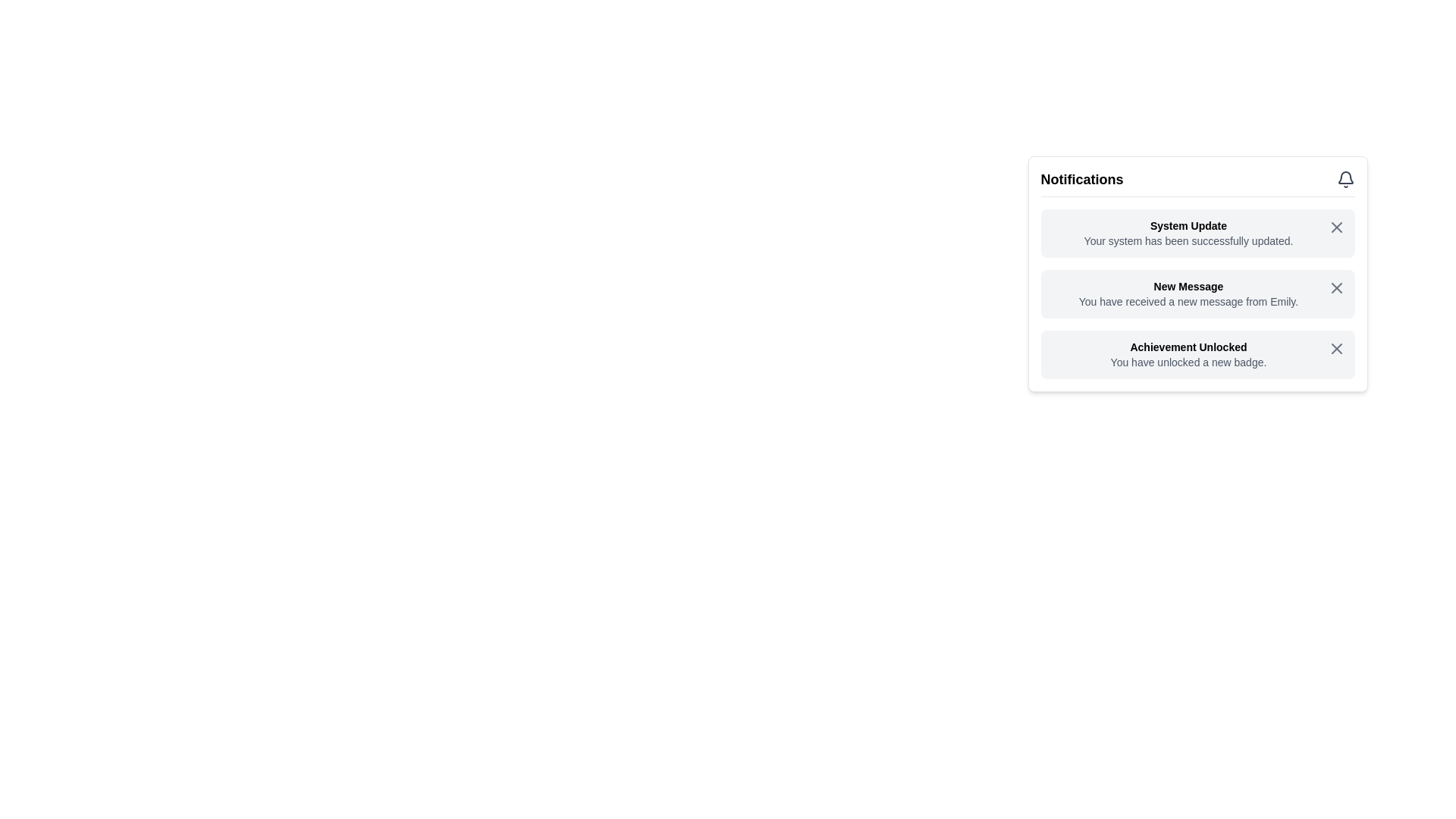 This screenshot has width=1456, height=819. I want to click on the notification item that informs the user about a new message from 'Emily', which is the second item in the notification panel, so click(1197, 294).